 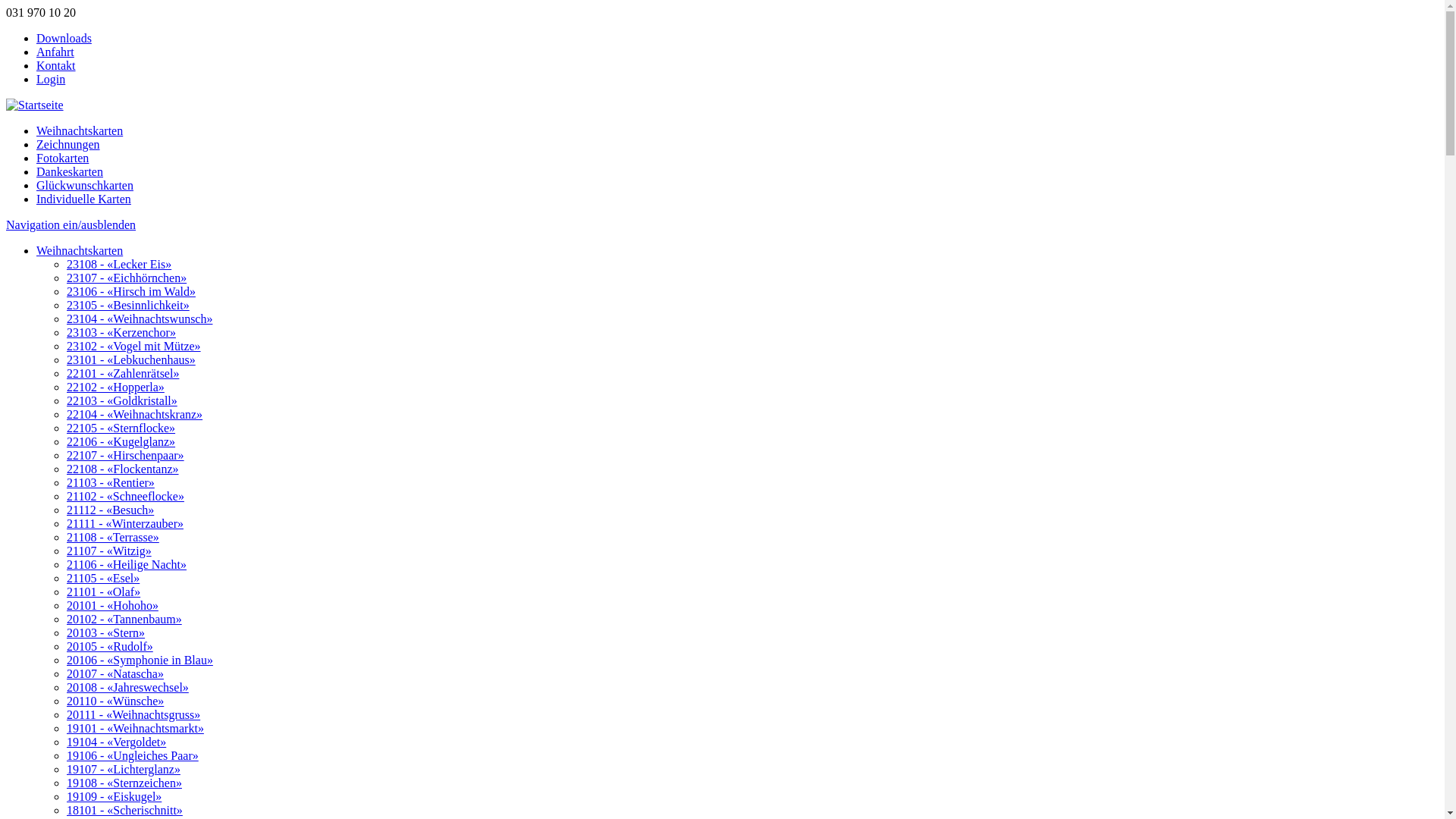 What do you see at coordinates (55, 51) in the screenshot?
I see `'Anfahrt'` at bounding box center [55, 51].